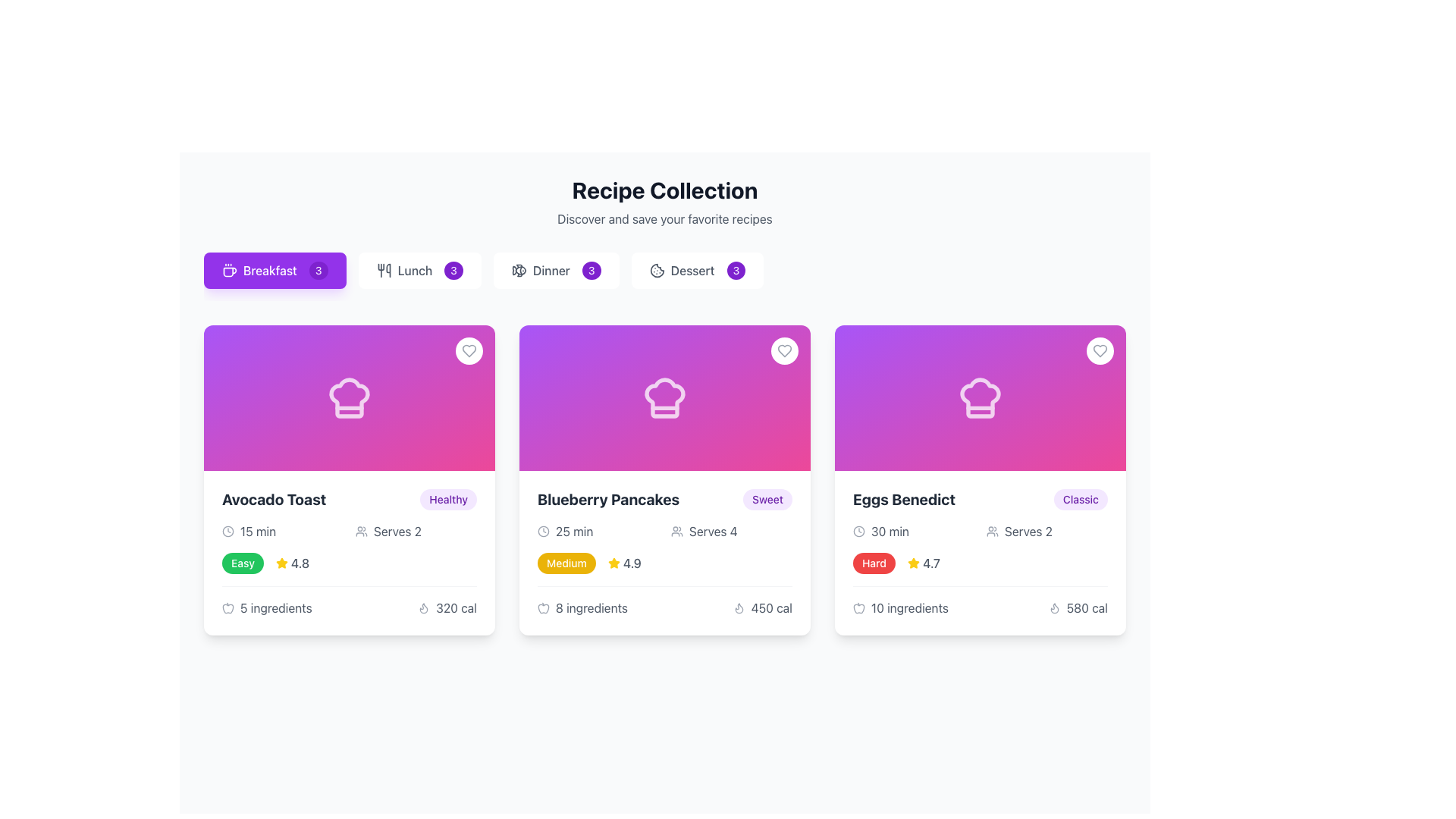 This screenshot has width=1456, height=819. What do you see at coordinates (415, 270) in the screenshot?
I see `the label representing the meal category 'Lunch' in the meal-selector interface, which is located between a graphical icon and a numerical badge labeled '3'` at bounding box center [415, 270].